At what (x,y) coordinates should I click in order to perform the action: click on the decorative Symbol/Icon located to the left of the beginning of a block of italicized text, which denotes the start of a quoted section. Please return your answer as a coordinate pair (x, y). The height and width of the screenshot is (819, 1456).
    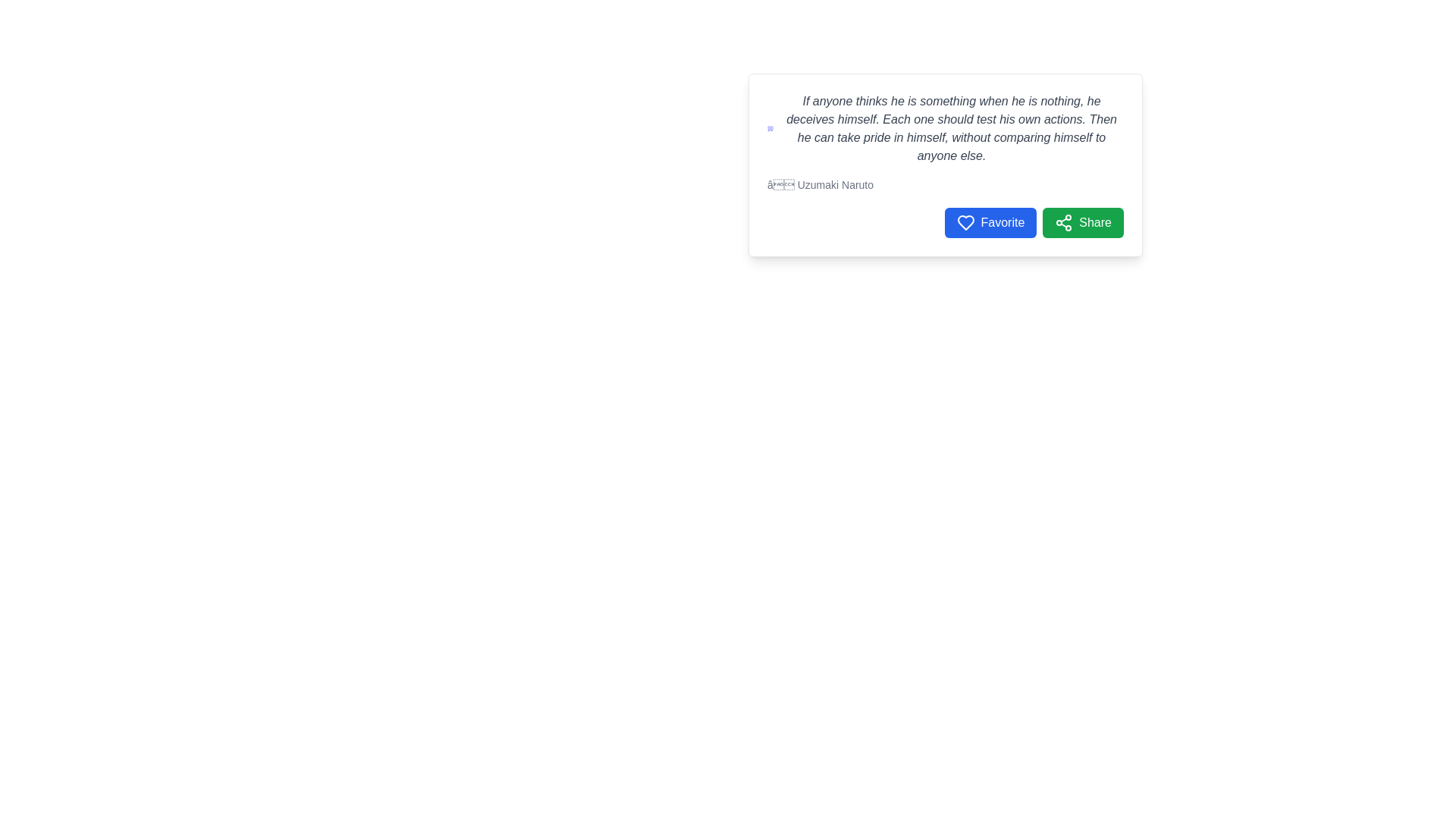
    Looking at the image, I should click on (770, 127).